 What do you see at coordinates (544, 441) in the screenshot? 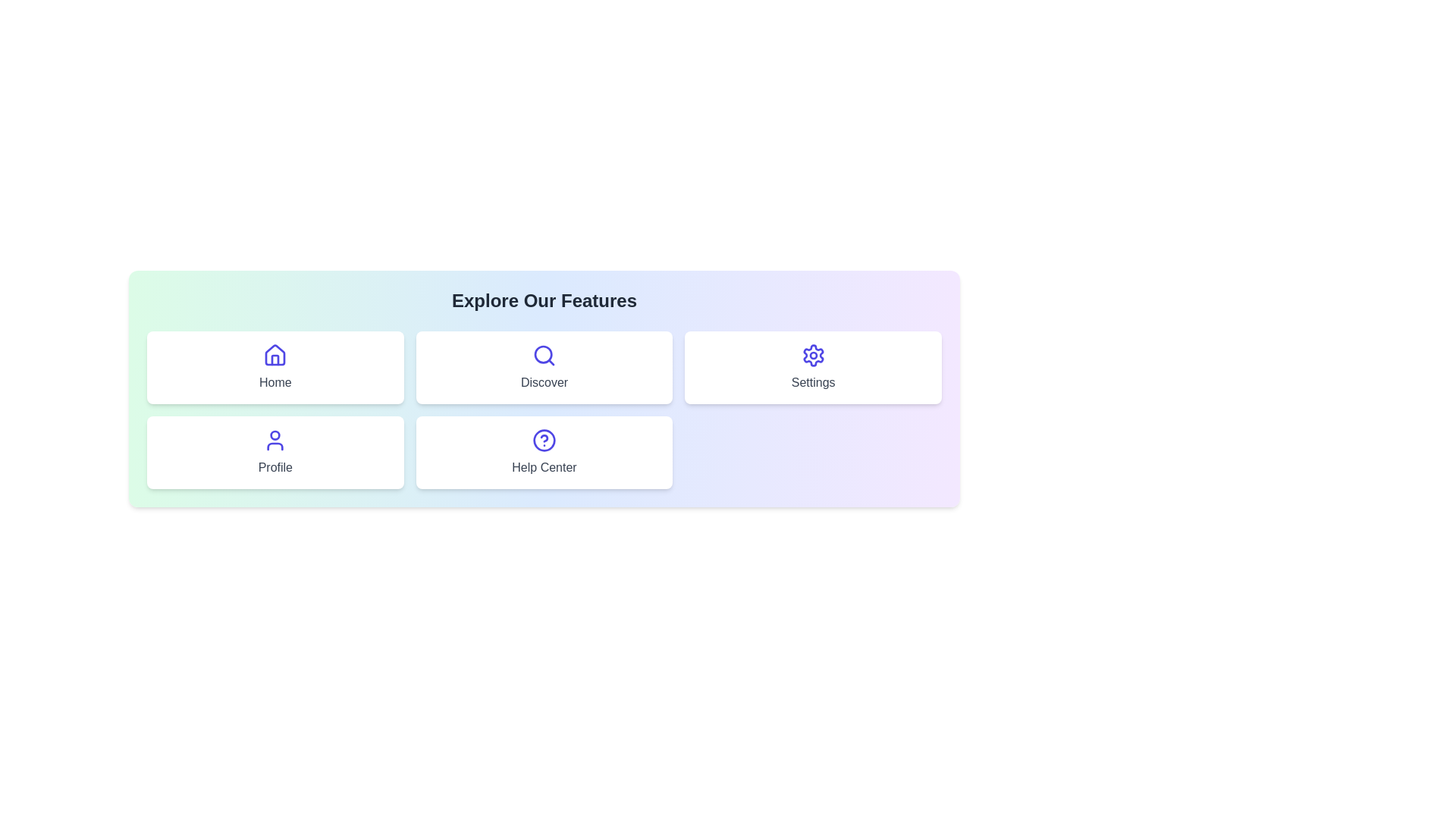
I see `the circular indigo icon with a question mark, located in the Help Center card at the bottom-right quadrant of the layout` at bounding box center [544, 441].